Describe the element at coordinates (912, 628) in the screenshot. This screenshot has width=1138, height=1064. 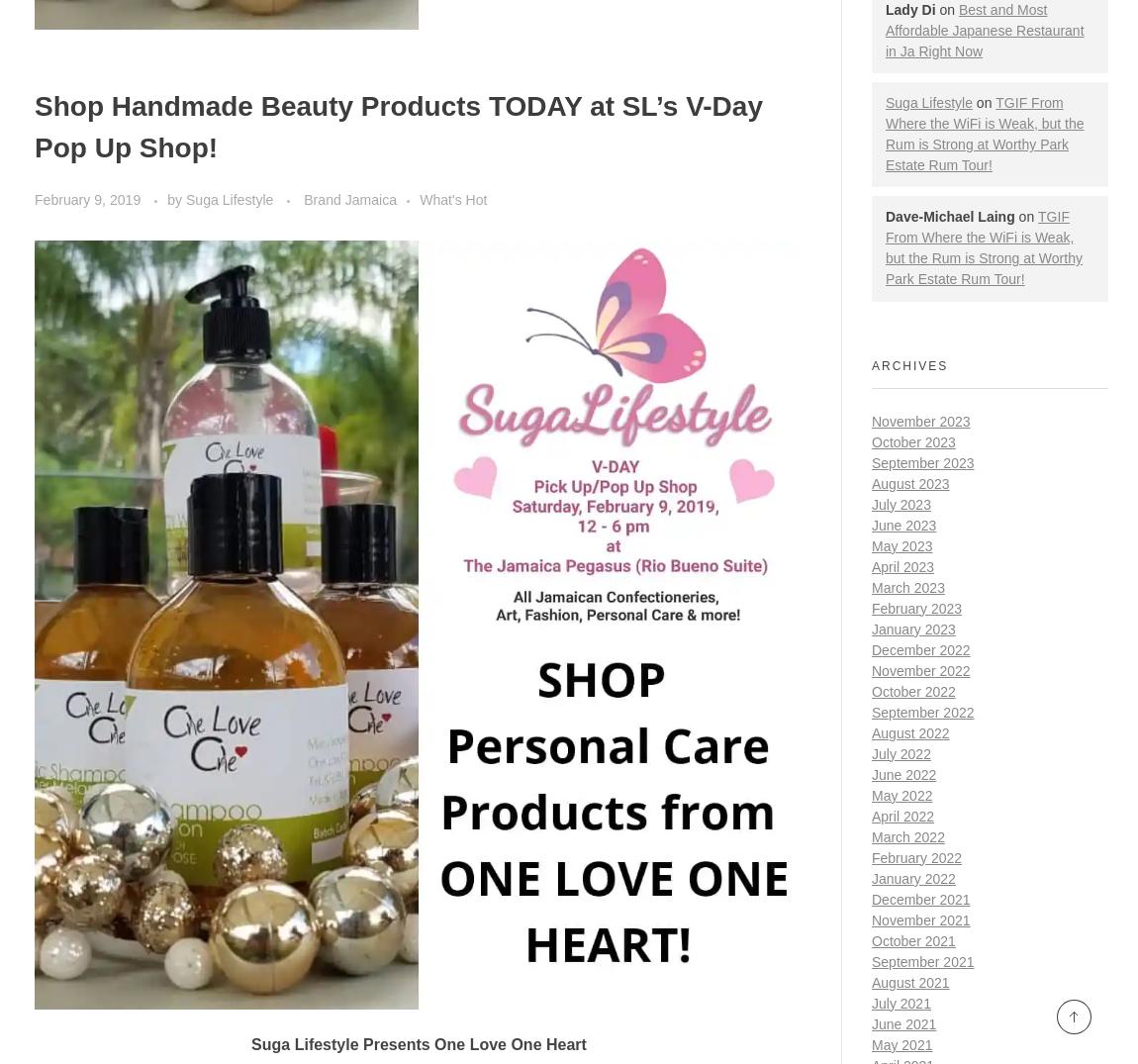
I see `'January 2023'` at that location.